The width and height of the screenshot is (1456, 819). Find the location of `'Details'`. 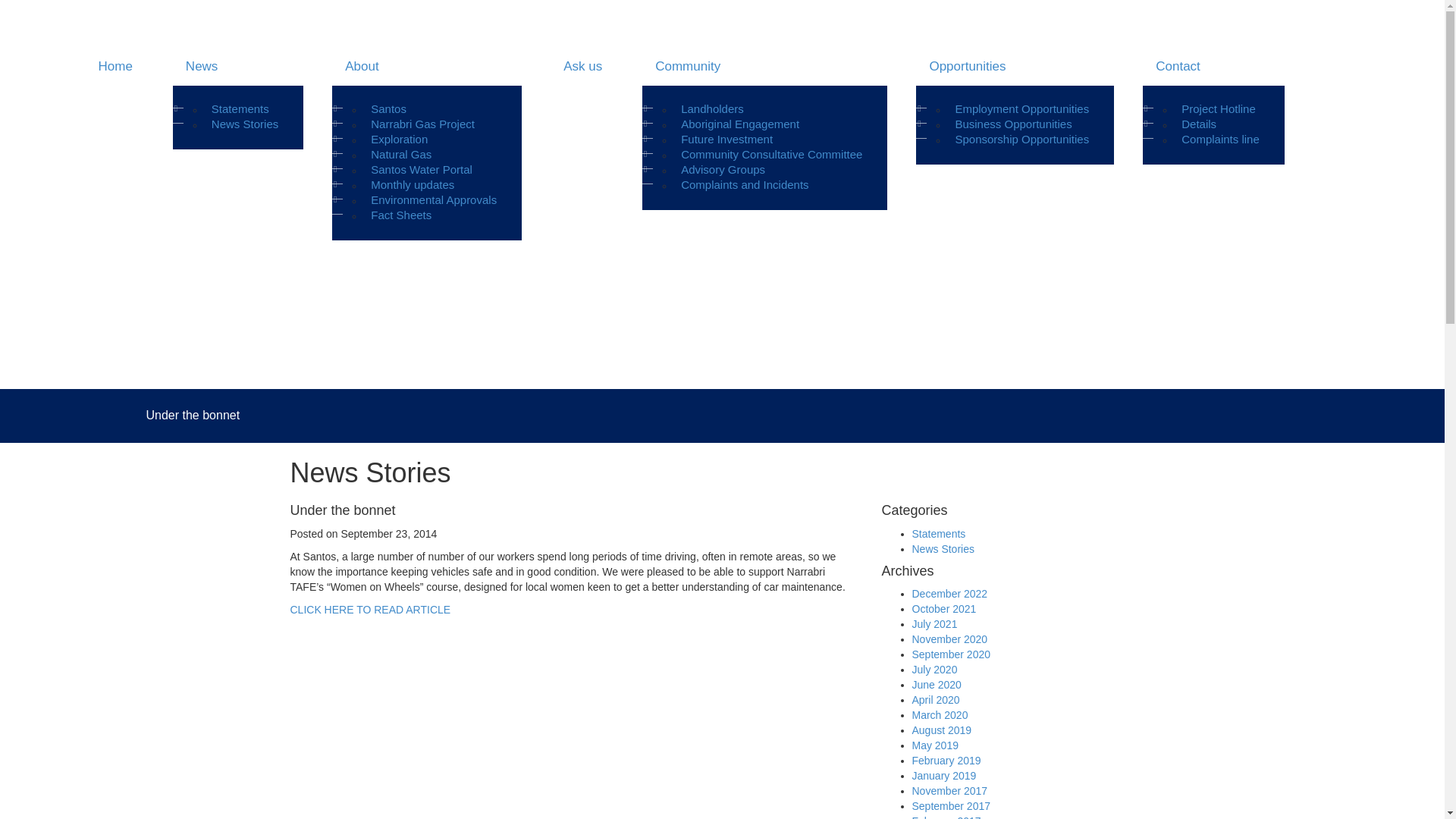

'Details' is located at coordinates (1197, 124).